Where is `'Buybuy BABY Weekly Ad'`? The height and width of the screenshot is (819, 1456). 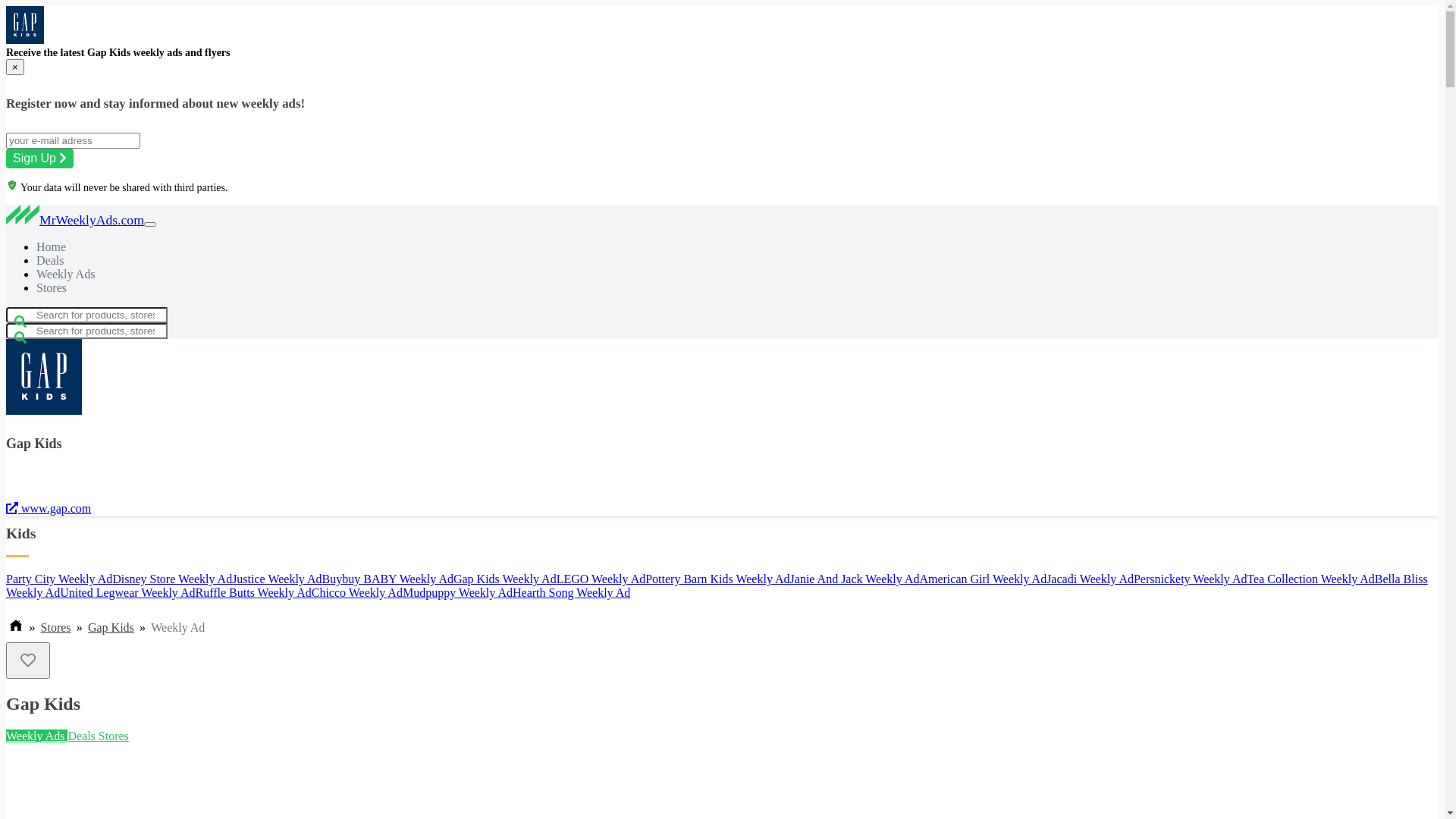 'Buybuy BABY Weekly Ad' is located at coordinates (388, 579).